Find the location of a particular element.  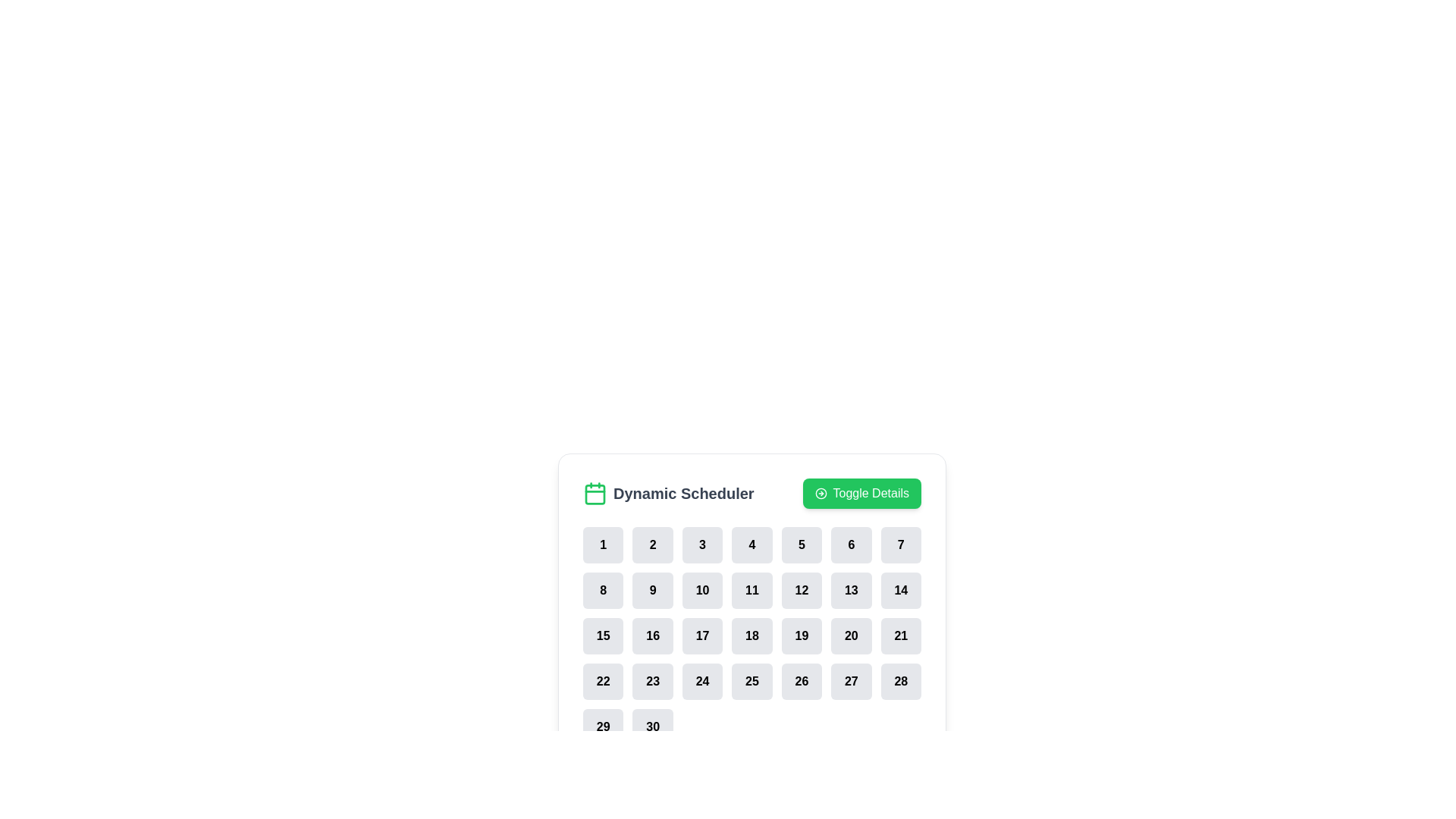

the 'Toggle Details' text label which has a green background and white text, located in the header area of the 'Dynamic Scheduler' interface is located at coordinates (871, 494).